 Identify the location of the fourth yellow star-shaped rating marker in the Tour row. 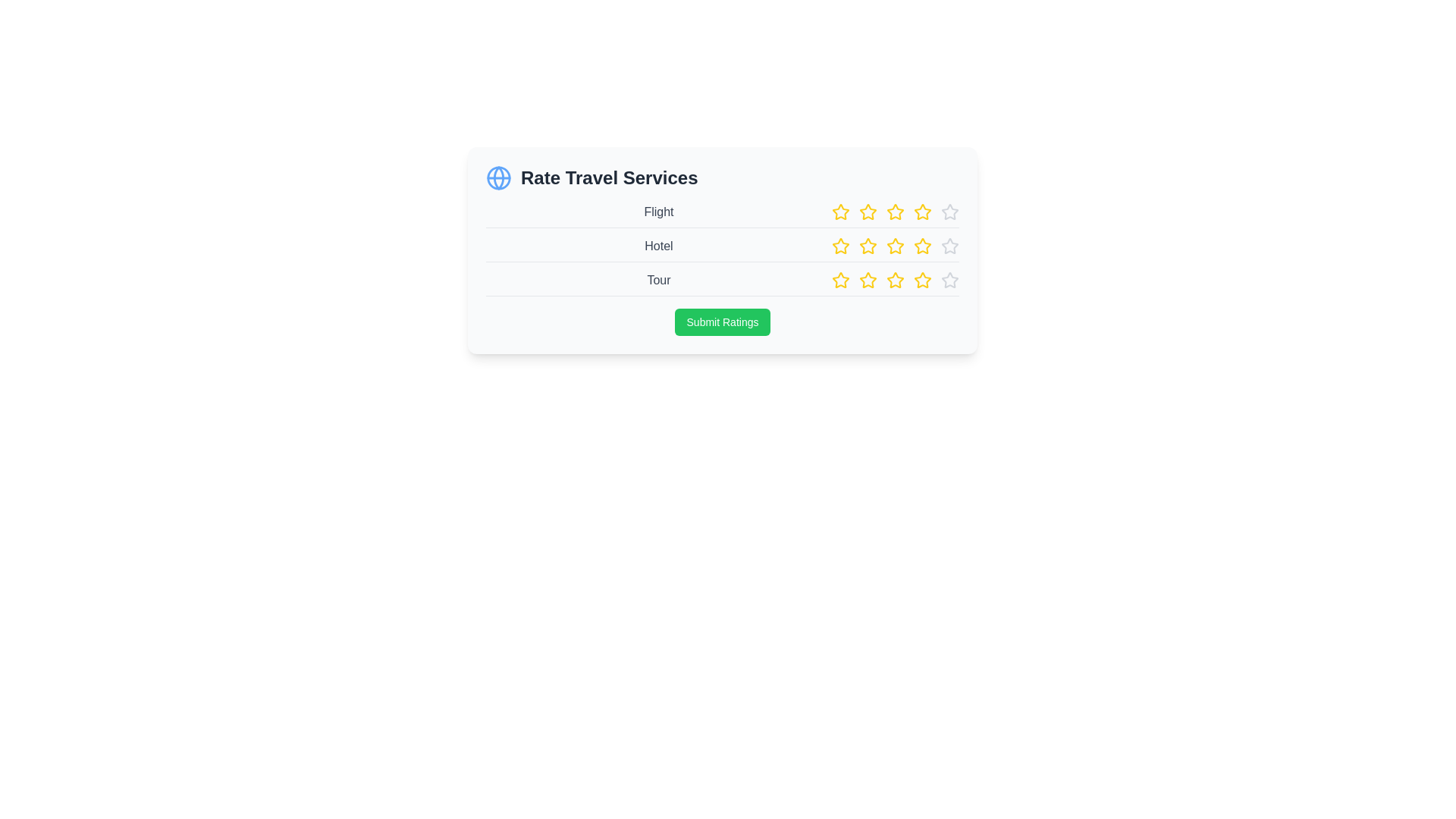
(839, 280).